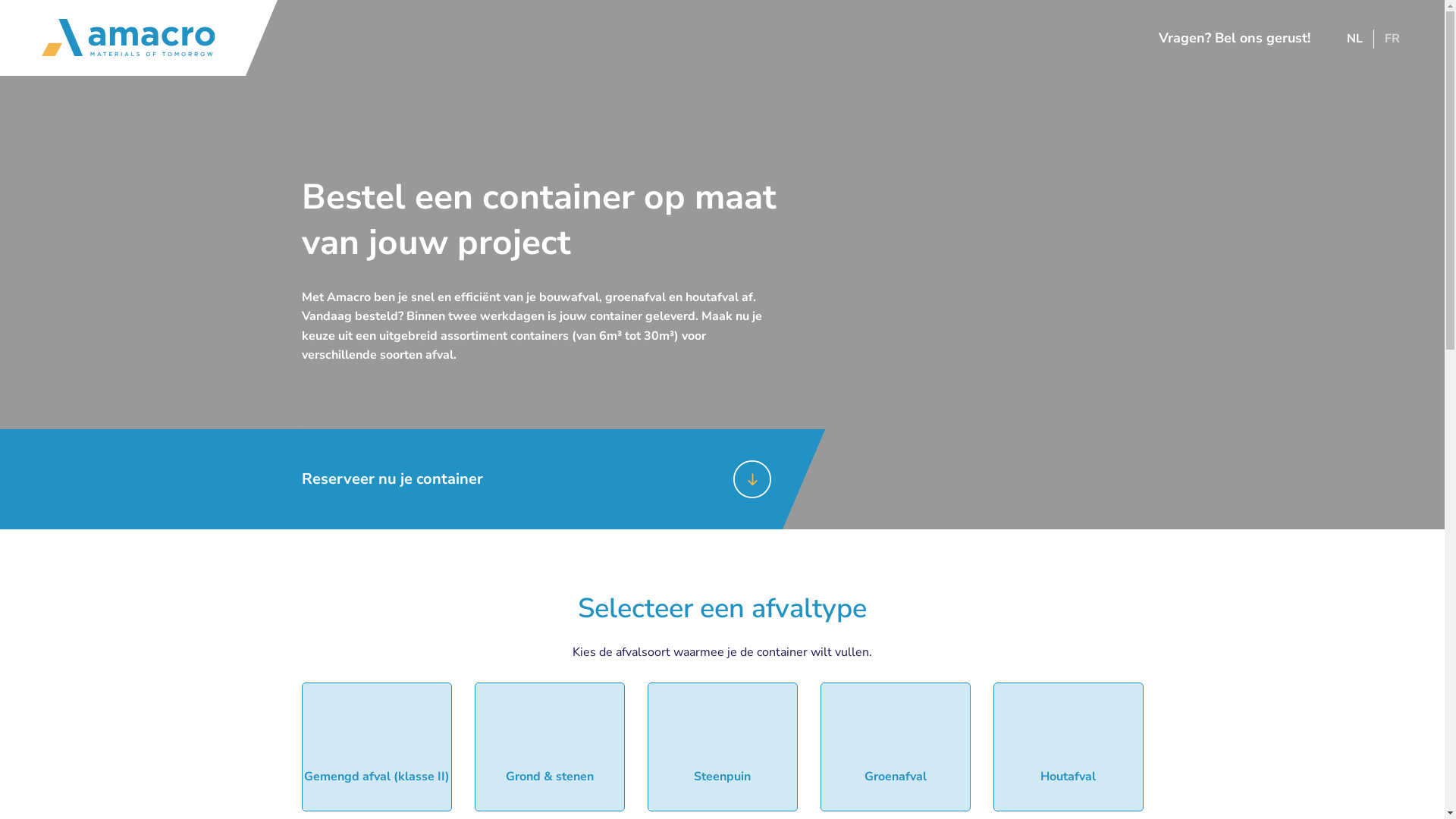 Image resolution: width=1456 pixels, height=819 pixels. What do you see at coordinates (1354, 37) in the screenshot?
I see `'NL'` at bounding box center [1354, 37].